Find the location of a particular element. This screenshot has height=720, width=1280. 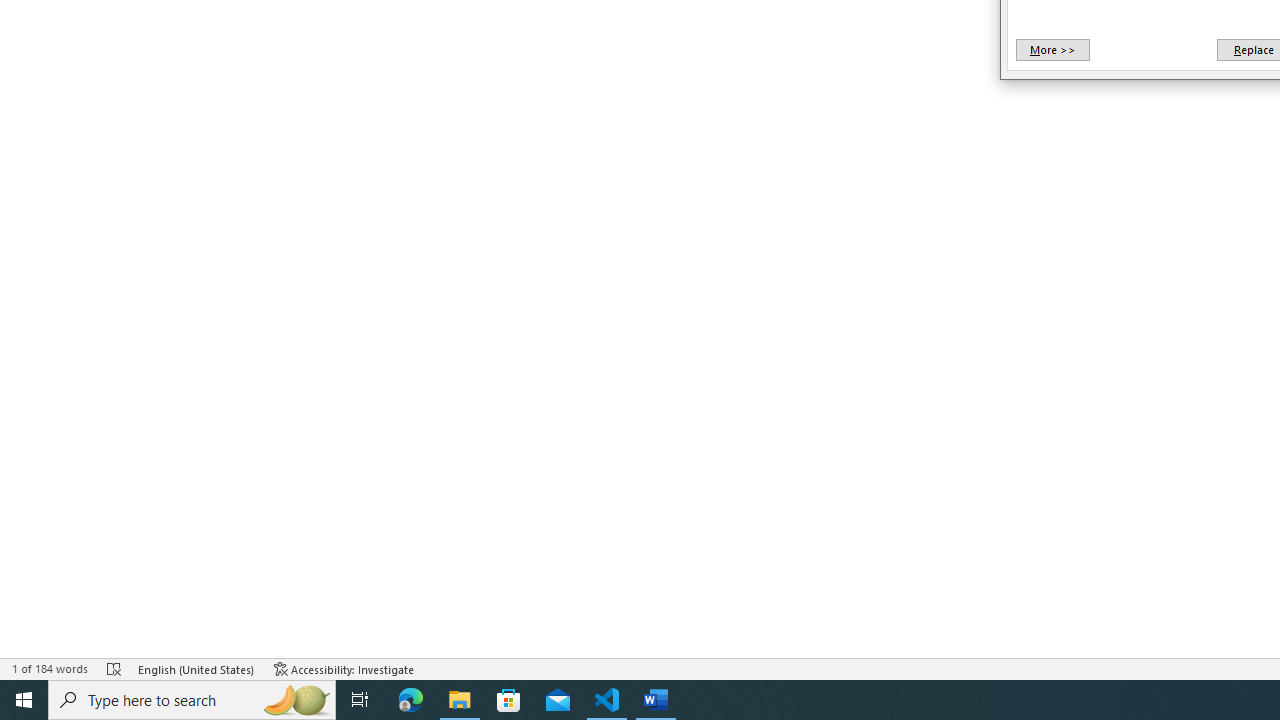

'Microsoft Edge' is located at coordinates (410, 698).